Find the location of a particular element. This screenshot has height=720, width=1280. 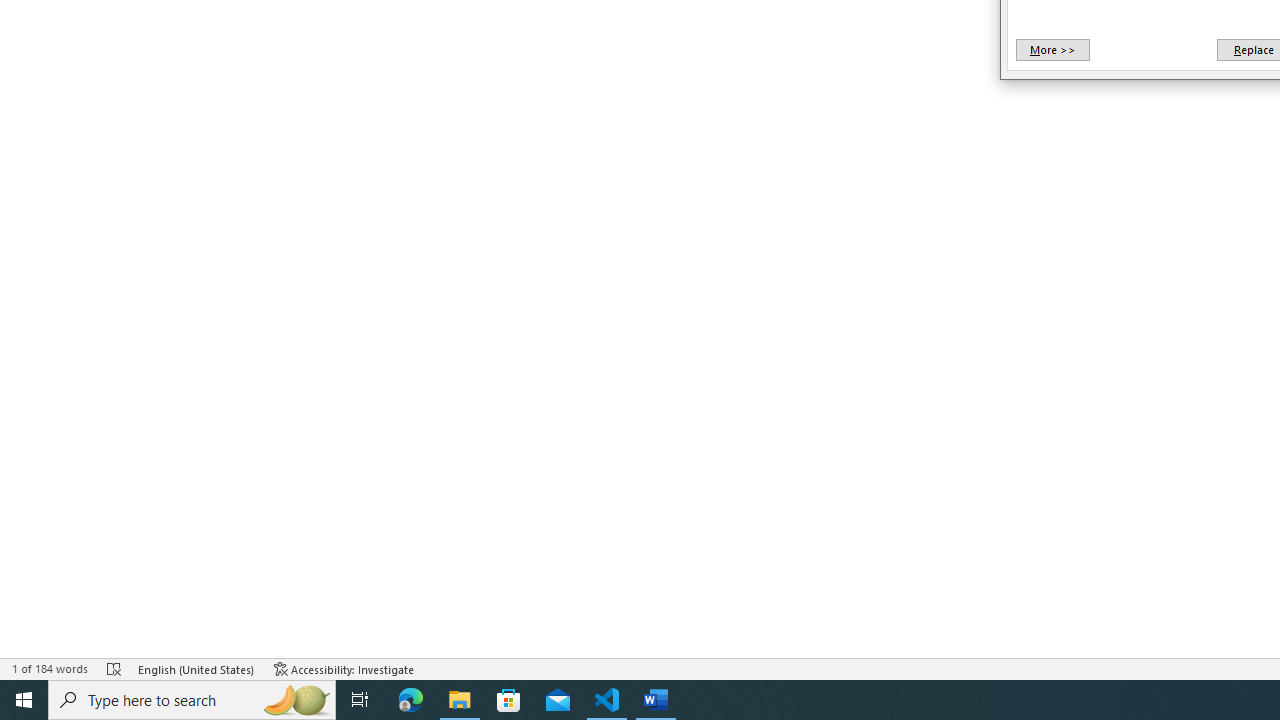

'Microsoft Edge' is located at coordinates (410, 698).